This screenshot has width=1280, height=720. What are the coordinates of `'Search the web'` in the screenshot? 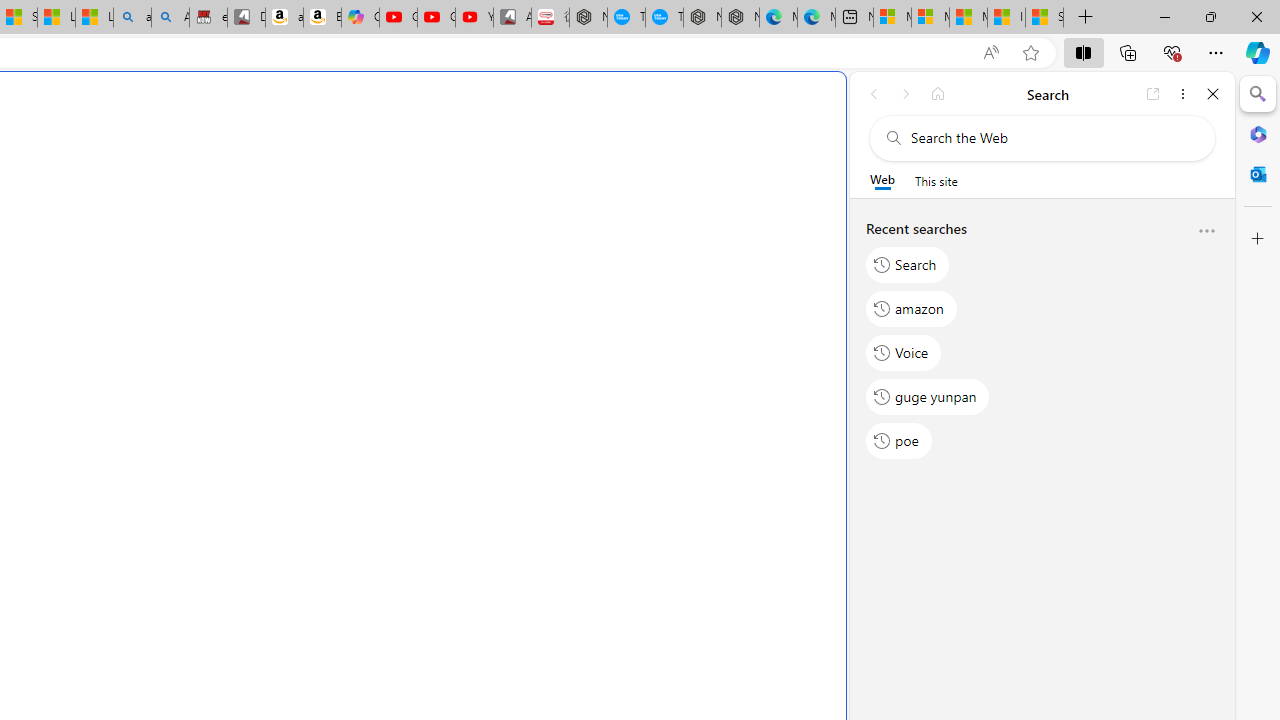 It's located at (1051, 137).